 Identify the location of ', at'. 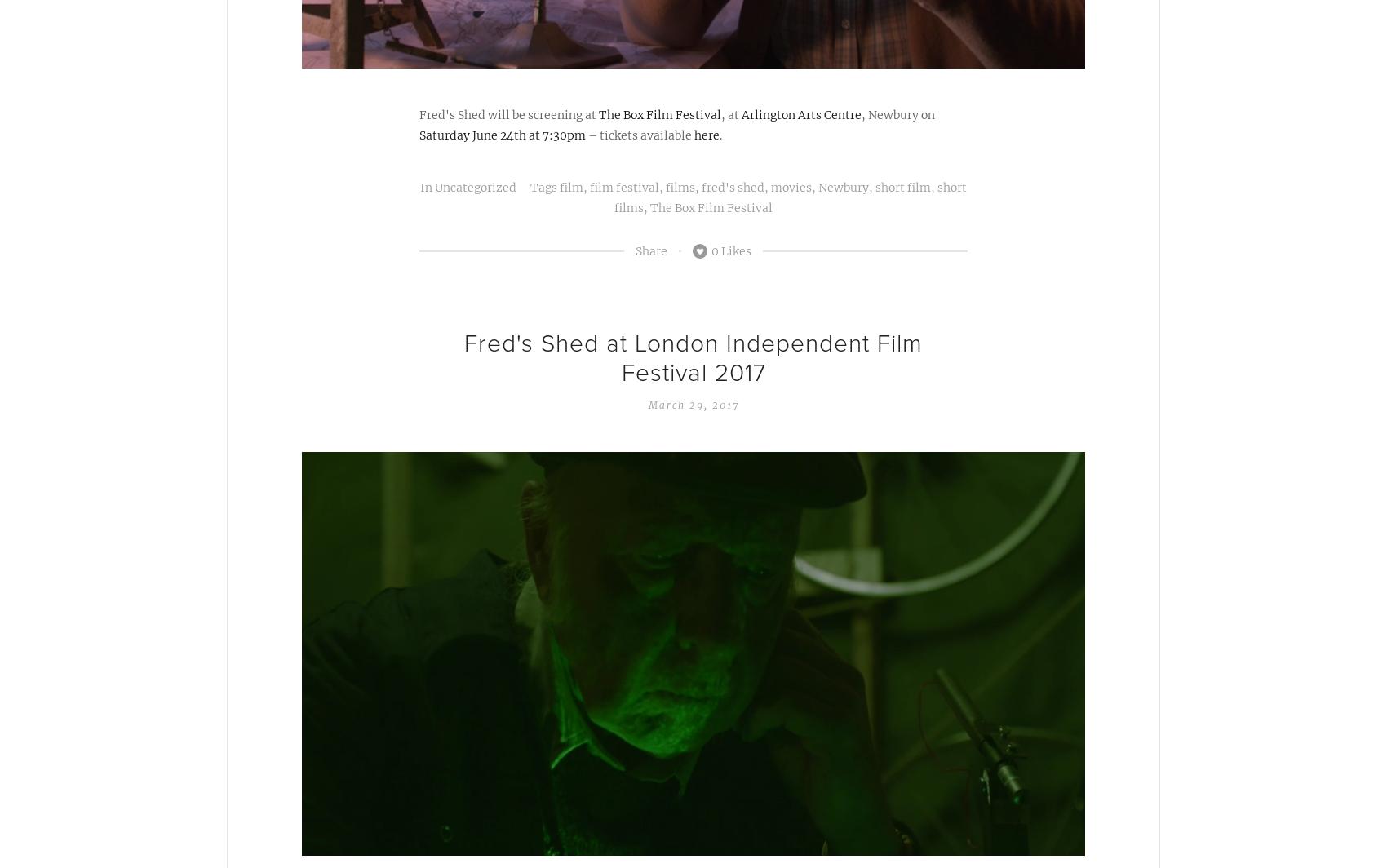
(731, 114).